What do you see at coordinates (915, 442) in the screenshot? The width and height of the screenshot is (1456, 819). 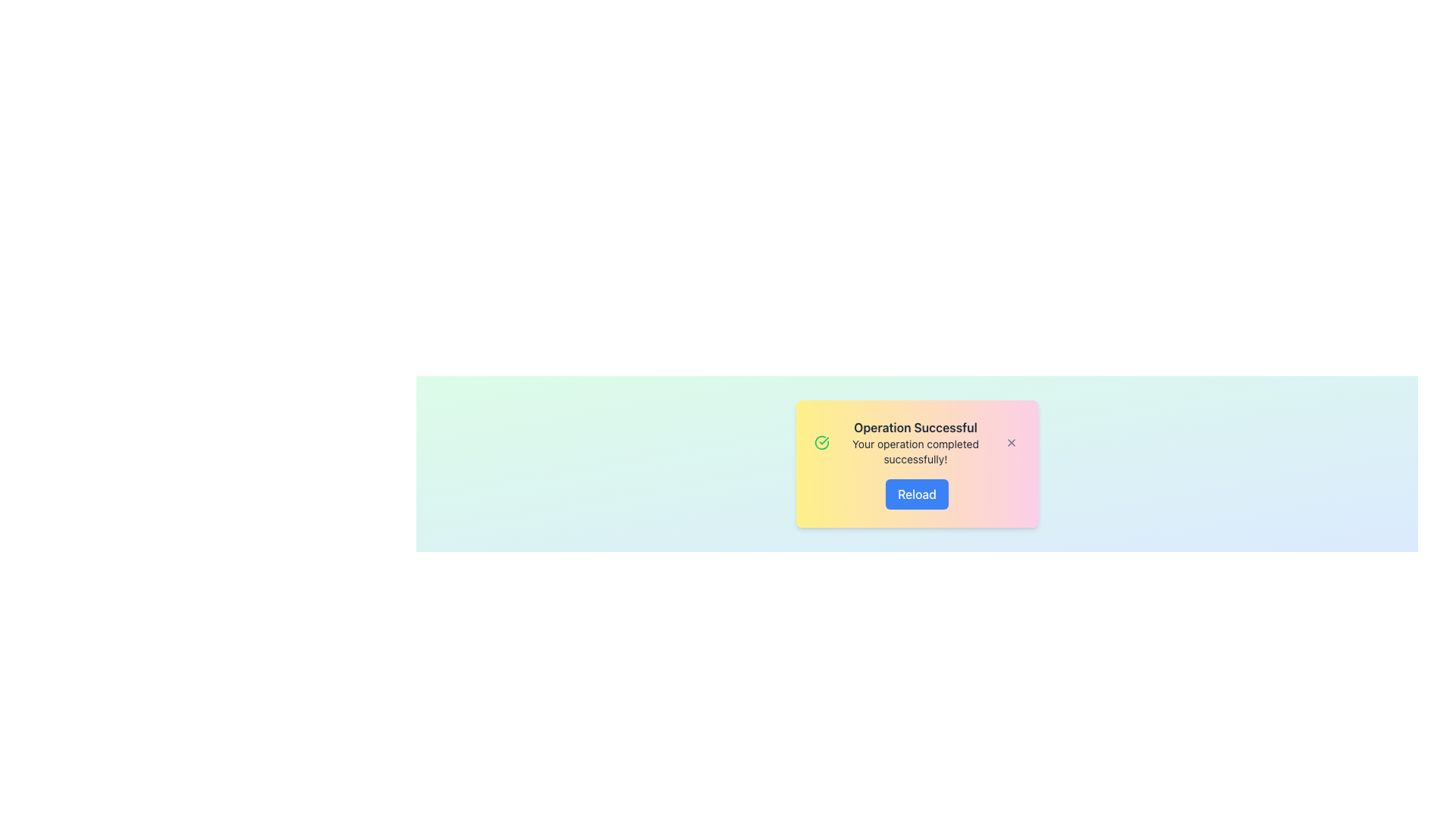 I see `the informational message box that indicates successful completion of an operation, centrally located below a green check icon and above a blue 'Reload' button` at bounding box center [915, 442].